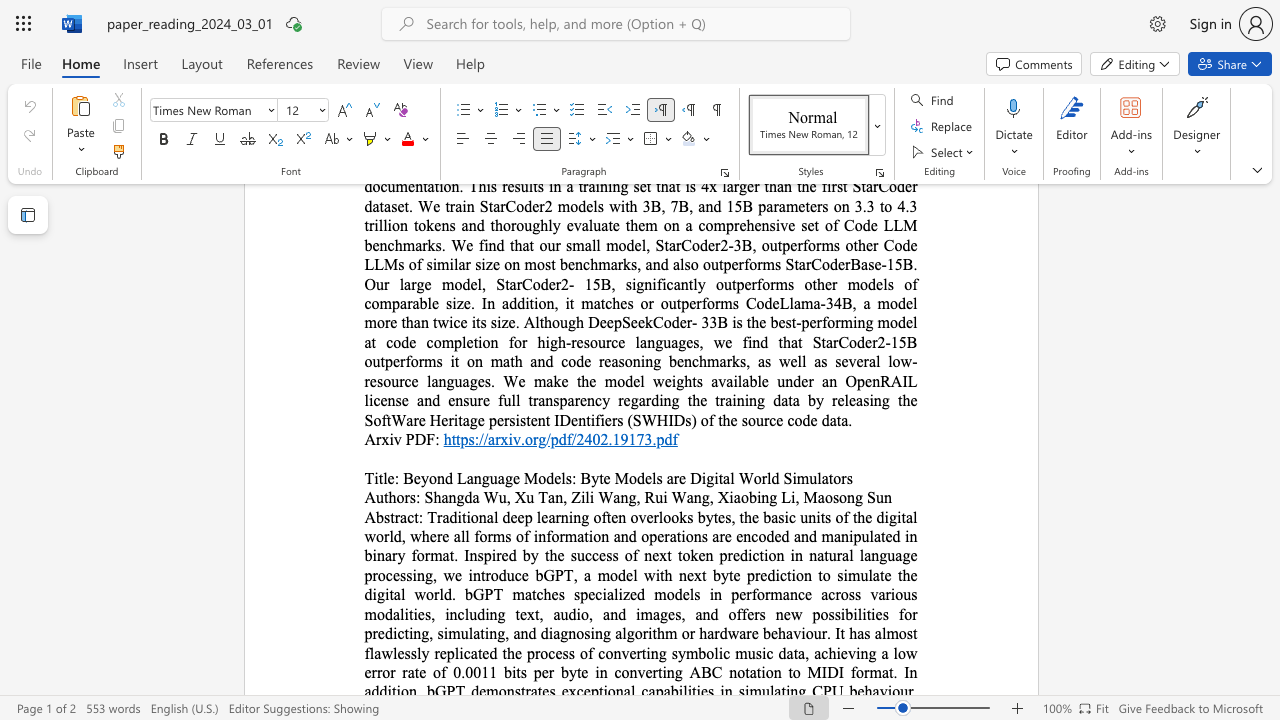  I want to click on the subset text "han" within the text "Shangda Wu,", so click(432, 496).